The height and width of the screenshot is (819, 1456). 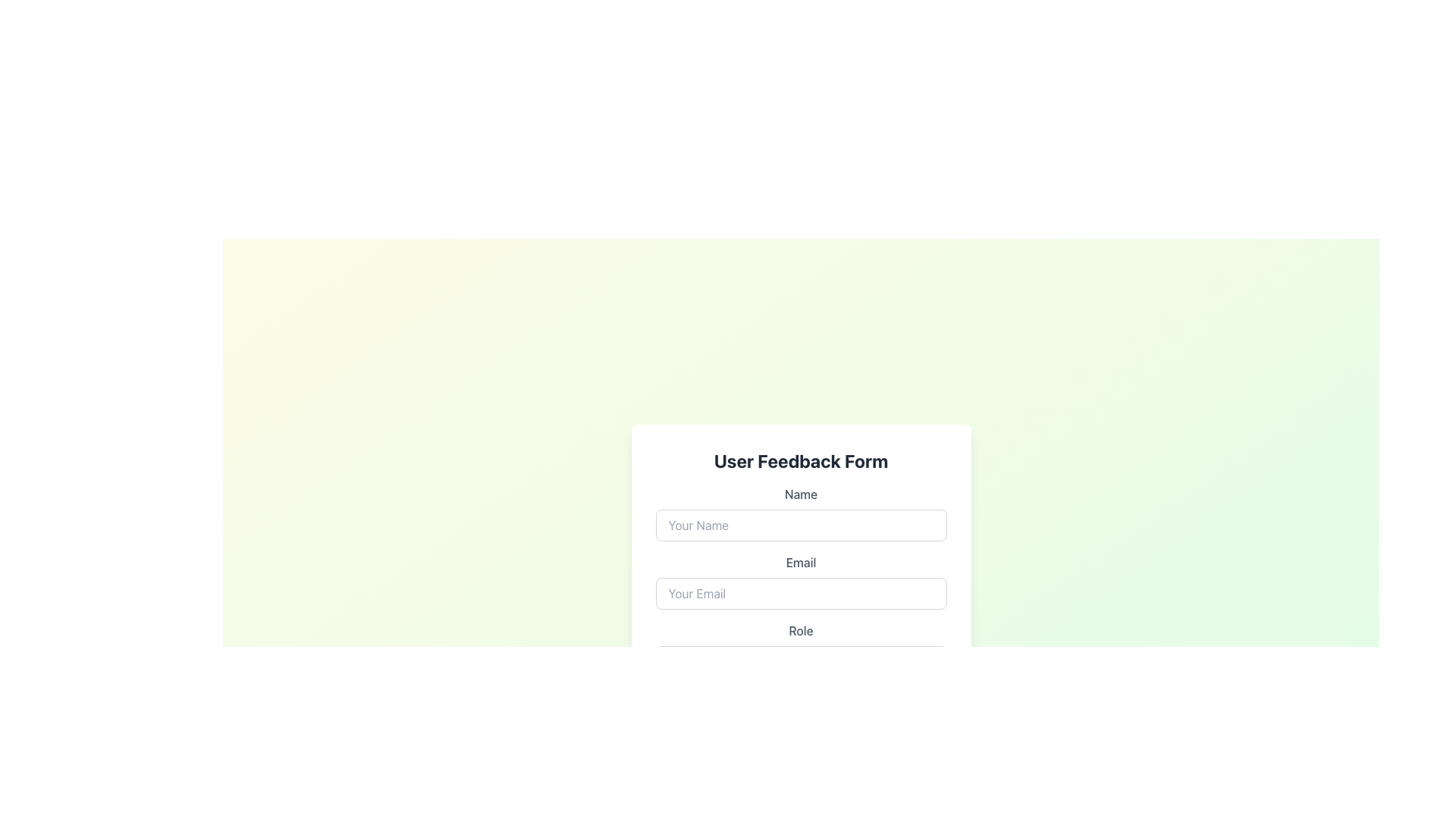 I want to click on the 'Role' dropdown menu, so click(x=800, y=648).